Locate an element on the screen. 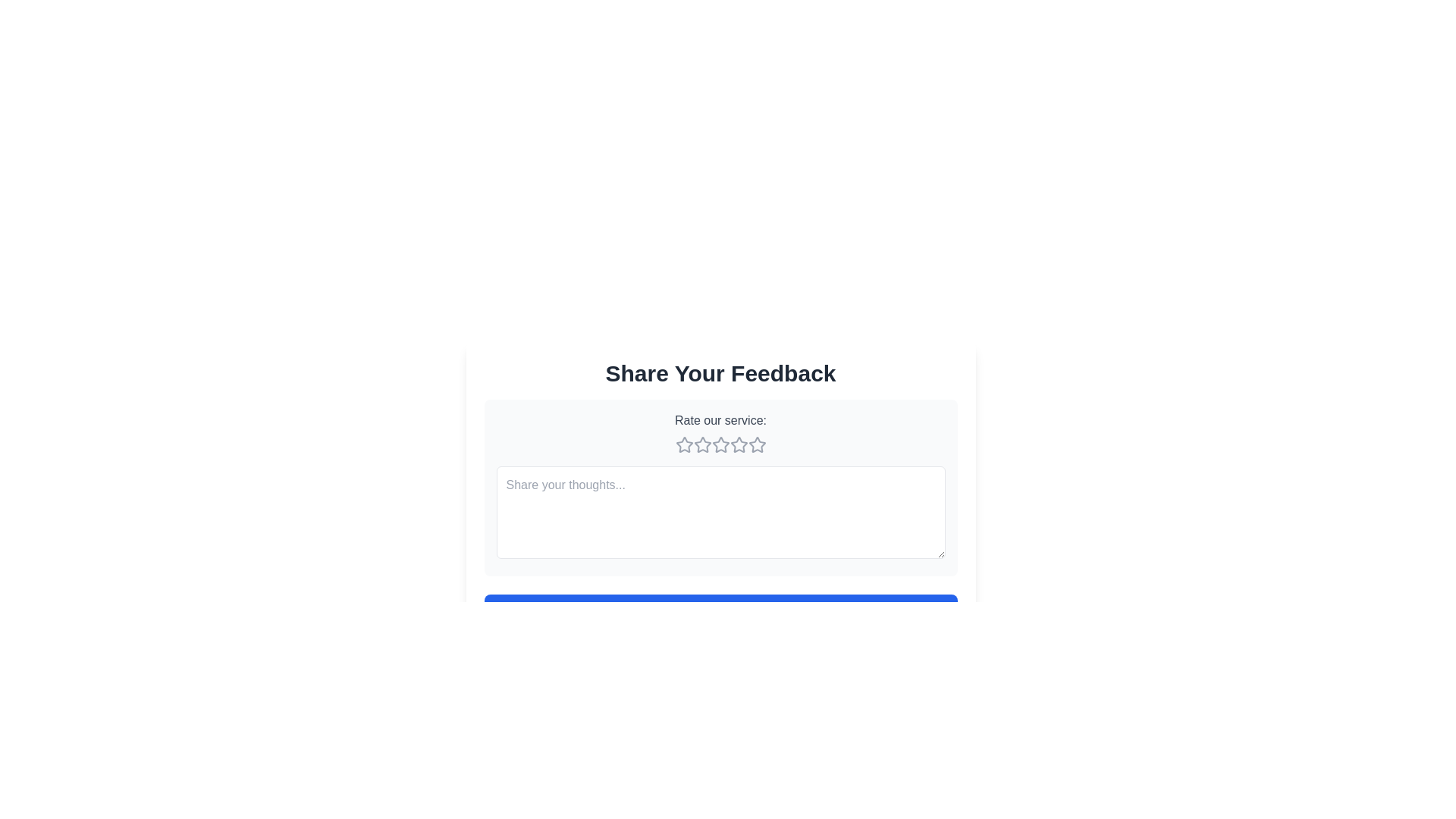 The height and width of the screenshot is (819, 1456). the 'Submit' button located at the bottom of the 'Share Your Feedback' section is located at coordinates (720, 614).